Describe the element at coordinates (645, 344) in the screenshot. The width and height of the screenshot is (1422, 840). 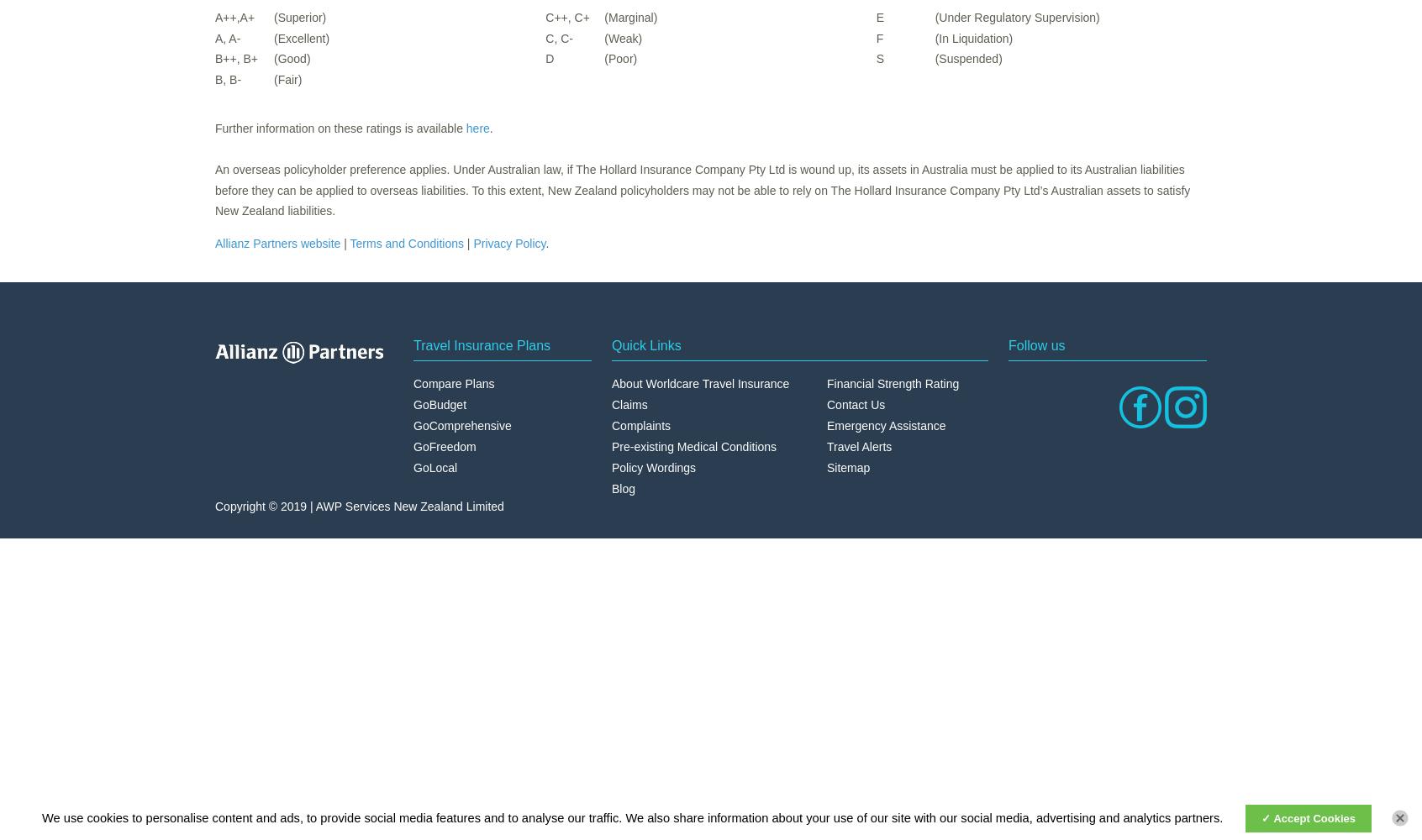
I see `'Quick Links'` at that location.